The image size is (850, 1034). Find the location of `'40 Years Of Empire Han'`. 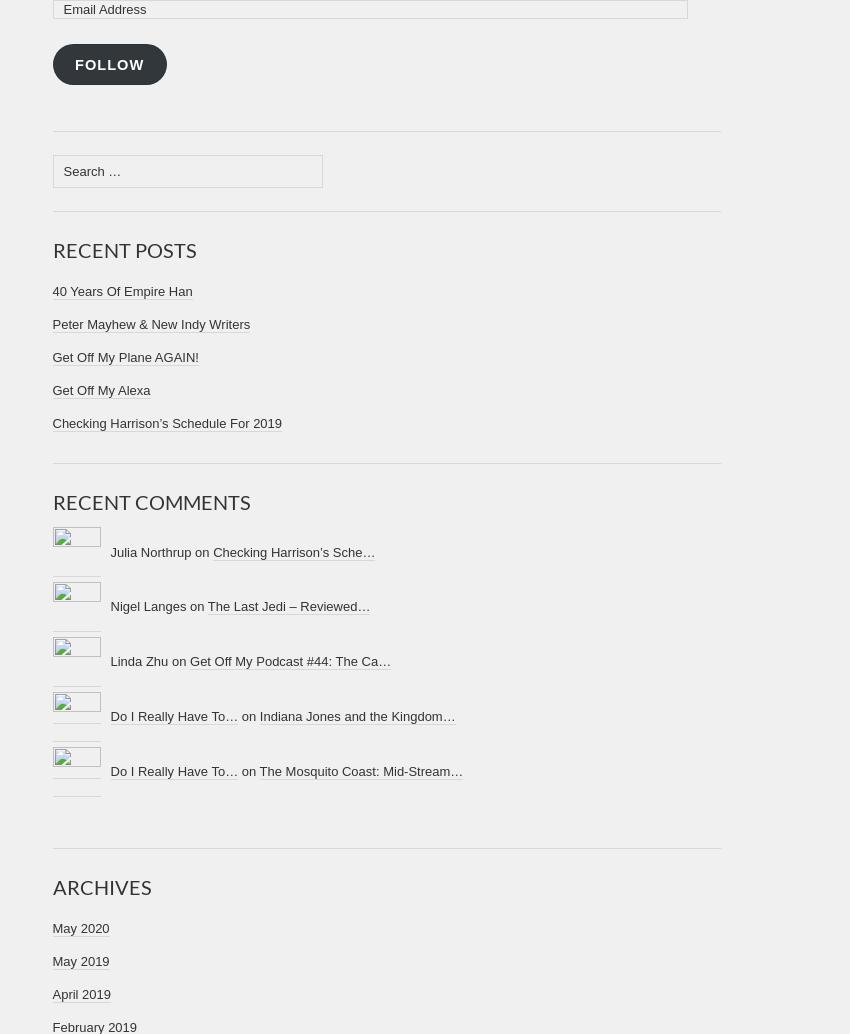

'40 Years Of Empire Han' is located at coordinates (120, 290).